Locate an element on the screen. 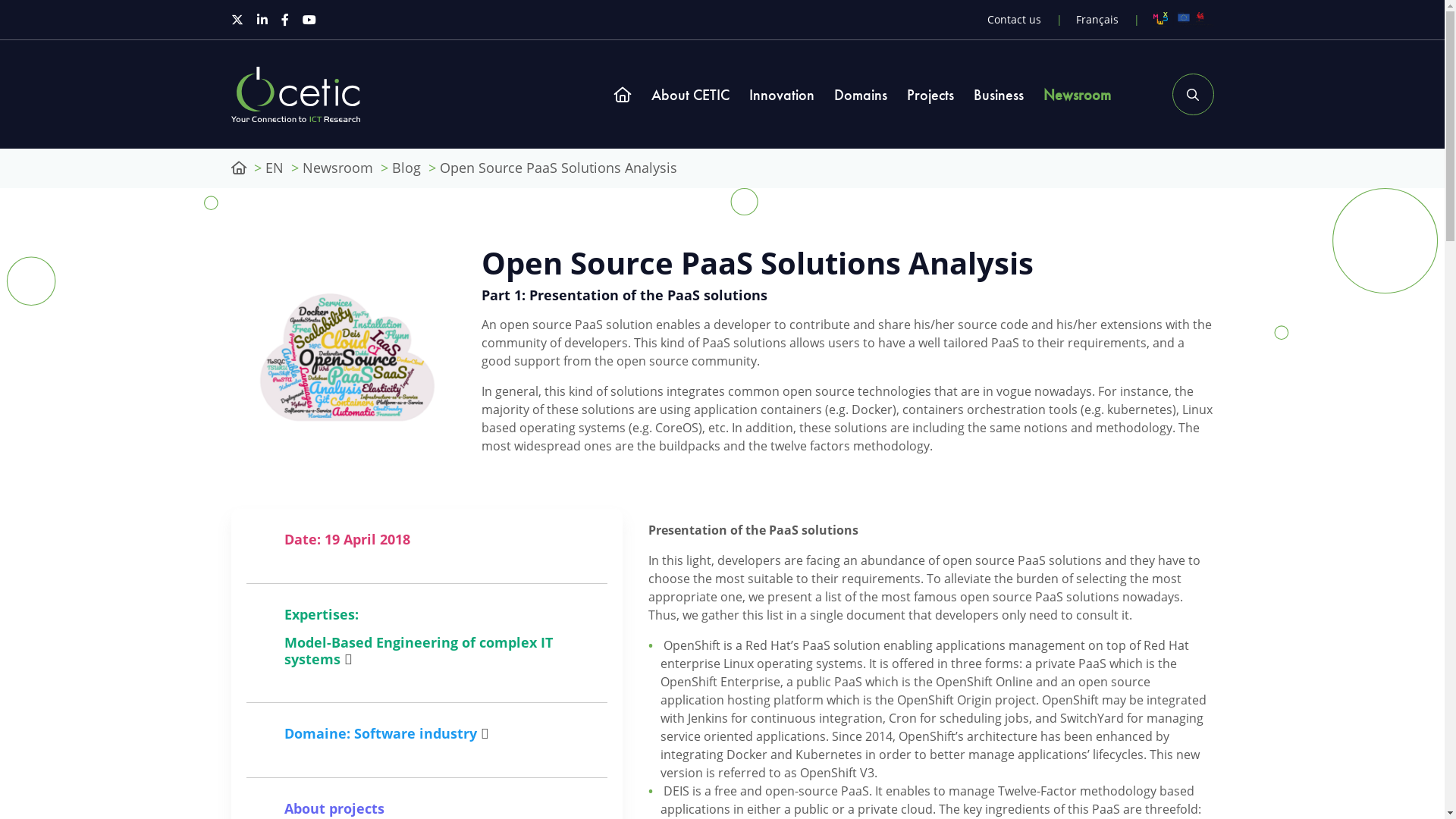 The width and height of the screenshot is (1456, 819). 'About CETIC' is located at coordinates (651, 94).